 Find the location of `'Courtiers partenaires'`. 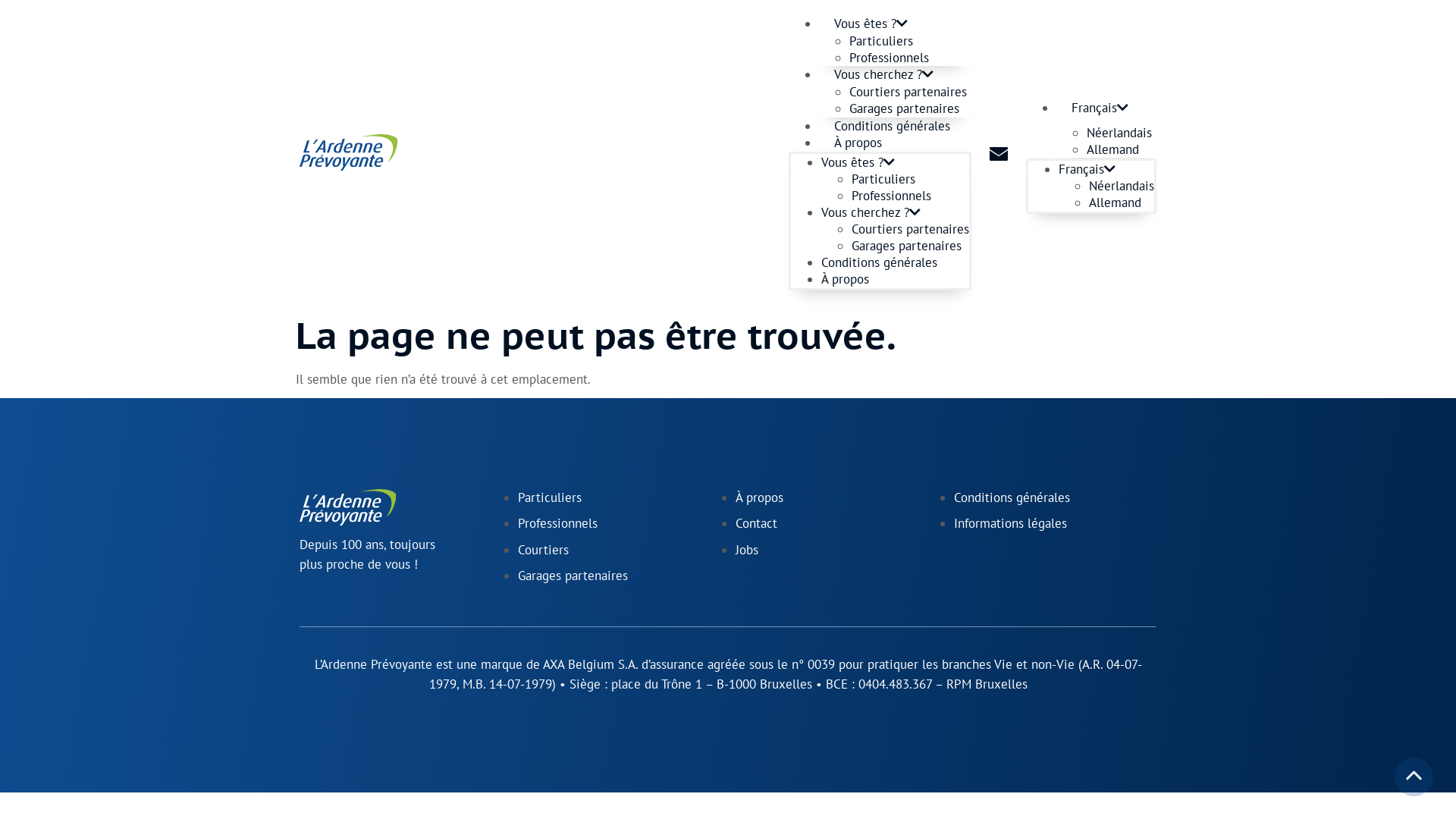

'Courtiers partenaires' is located at coordinates (852, 228).